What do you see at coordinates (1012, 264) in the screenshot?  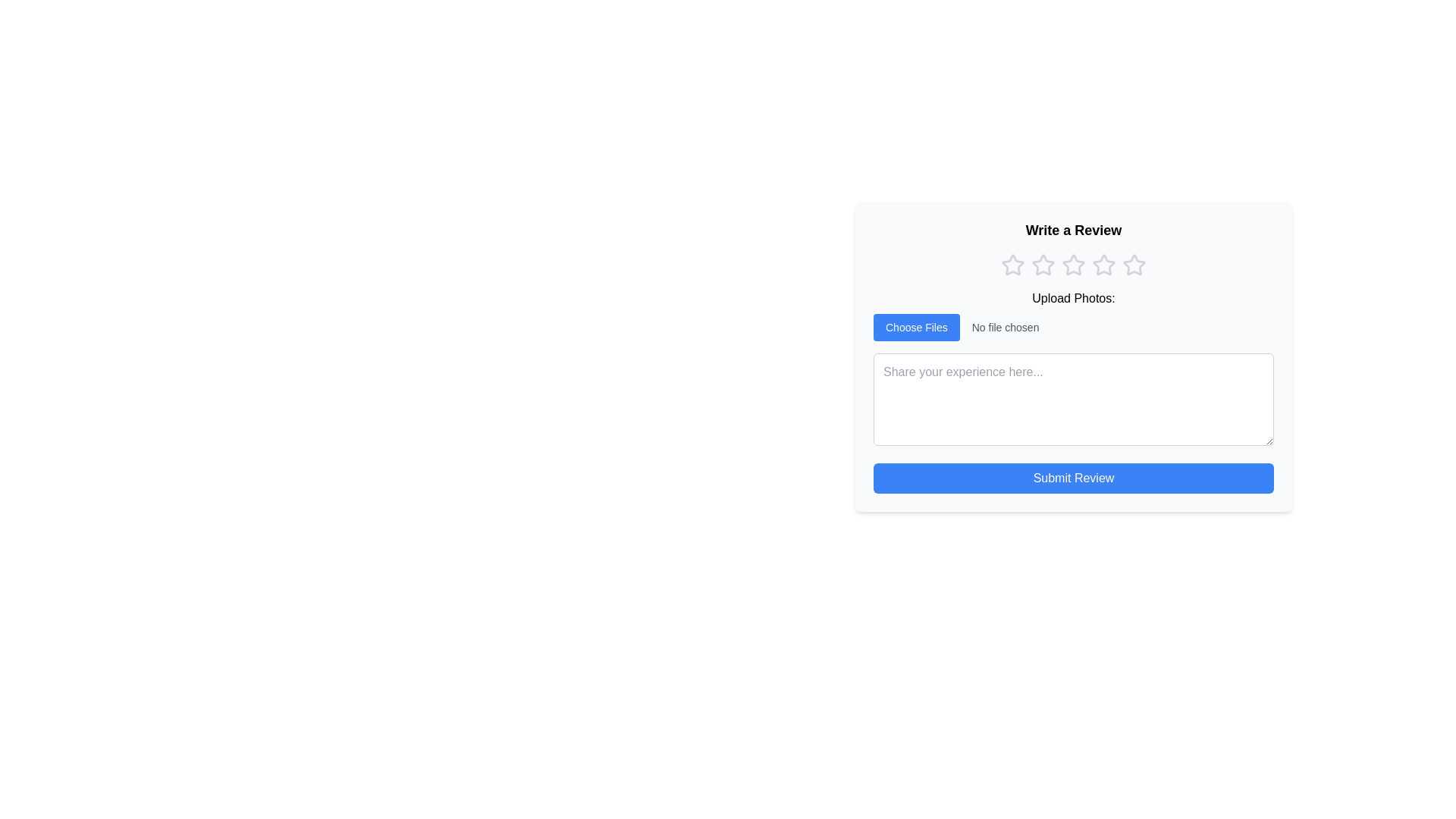 I see `the first star in the row of five rating stars` at bounding box center [1012, 264].